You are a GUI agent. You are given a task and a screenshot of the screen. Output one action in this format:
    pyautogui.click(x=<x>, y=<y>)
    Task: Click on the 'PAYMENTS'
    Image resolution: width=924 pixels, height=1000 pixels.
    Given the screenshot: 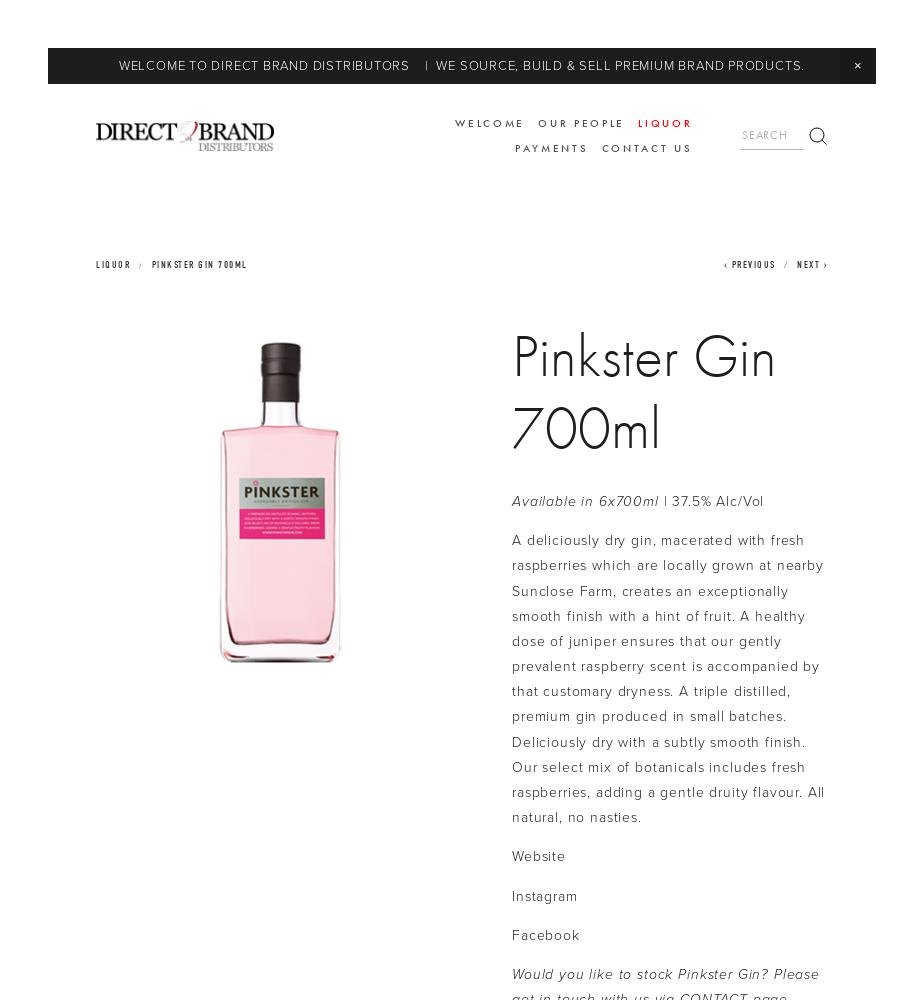 What is the action you would take?
    pyautogui.click(x=551, y=147)
    